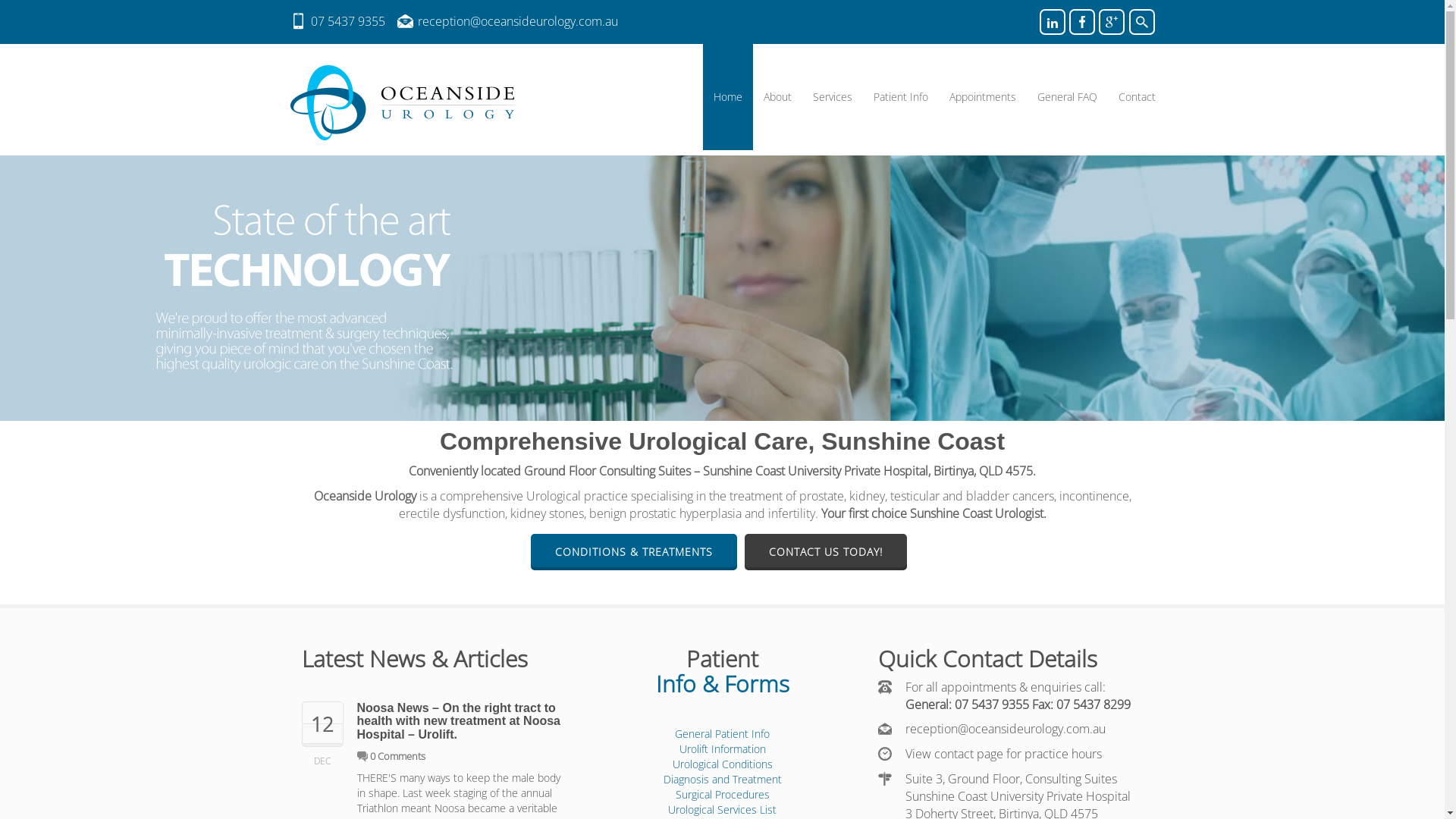 This screenshot has width=1456, height=819. I want to click on 'CONDITIONS & TREATMENTS', so click(633, 551).